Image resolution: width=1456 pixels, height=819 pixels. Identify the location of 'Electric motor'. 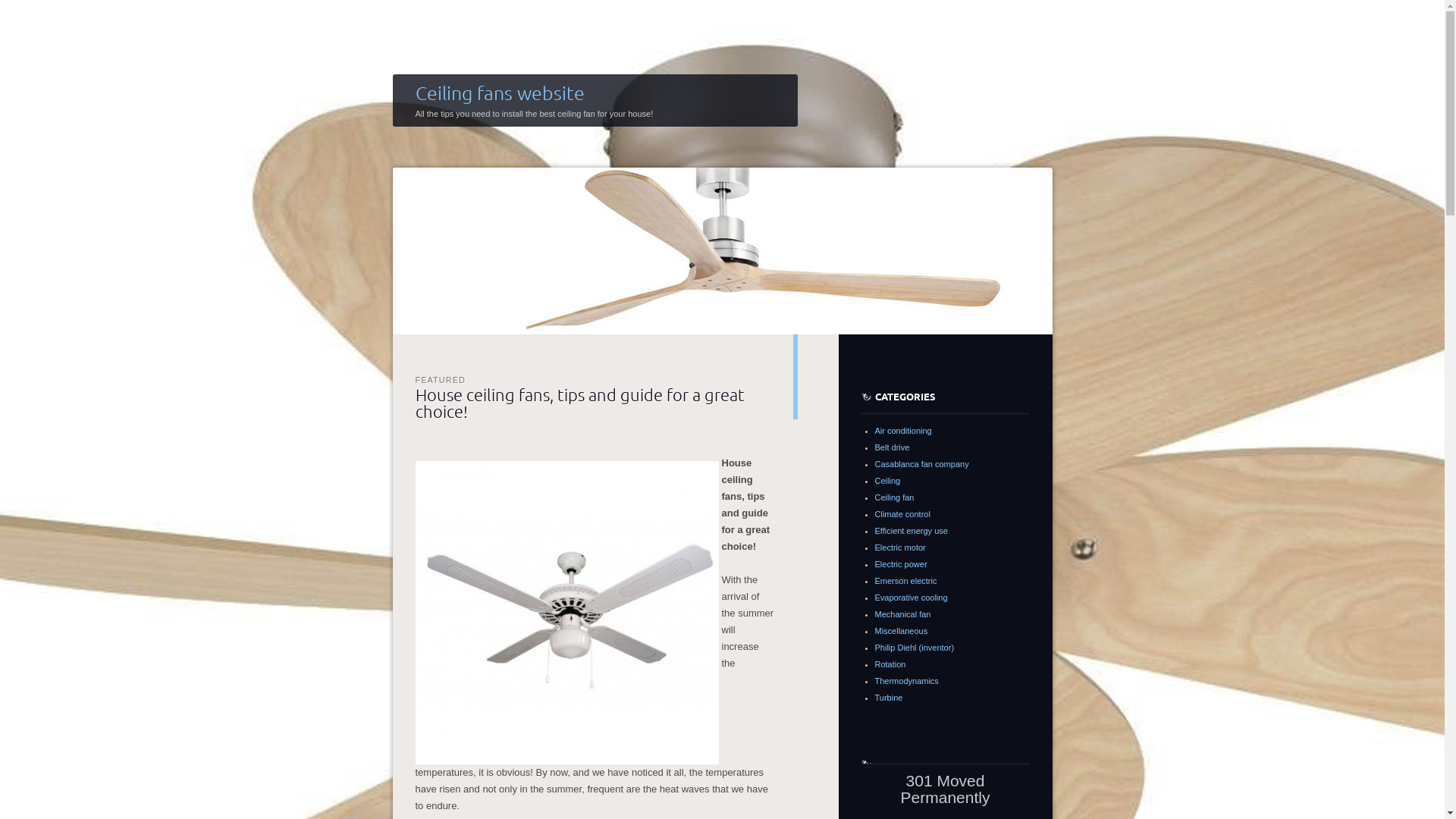
(900, 547).